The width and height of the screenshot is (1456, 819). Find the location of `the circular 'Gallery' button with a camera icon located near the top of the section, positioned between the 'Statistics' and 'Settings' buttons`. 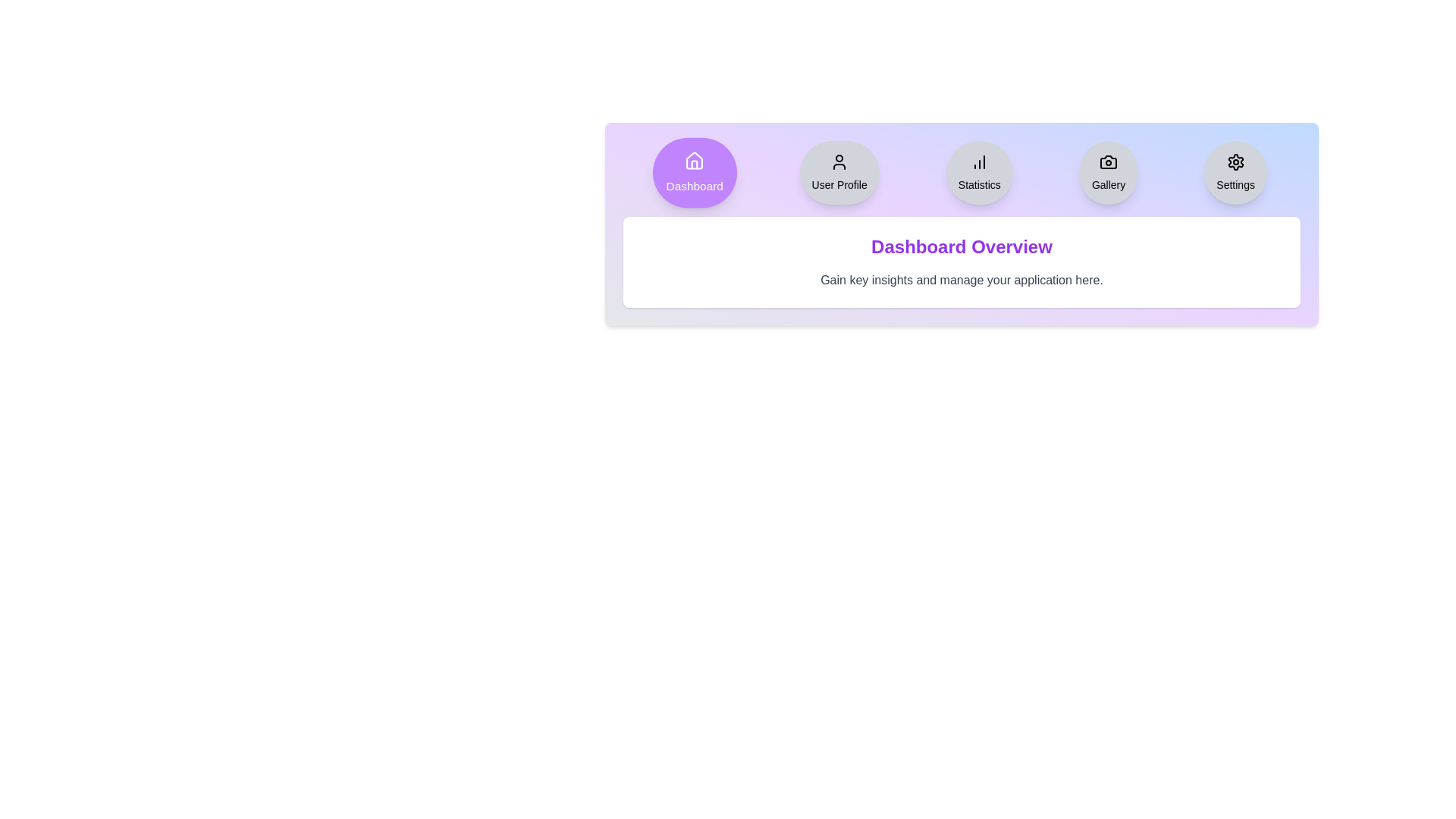

the circular 'Gallery' button with a camera icon located near the top of the section, positioned between the 'Statistics' and 'Settings' buttons is located at coordinates (1109, 171).